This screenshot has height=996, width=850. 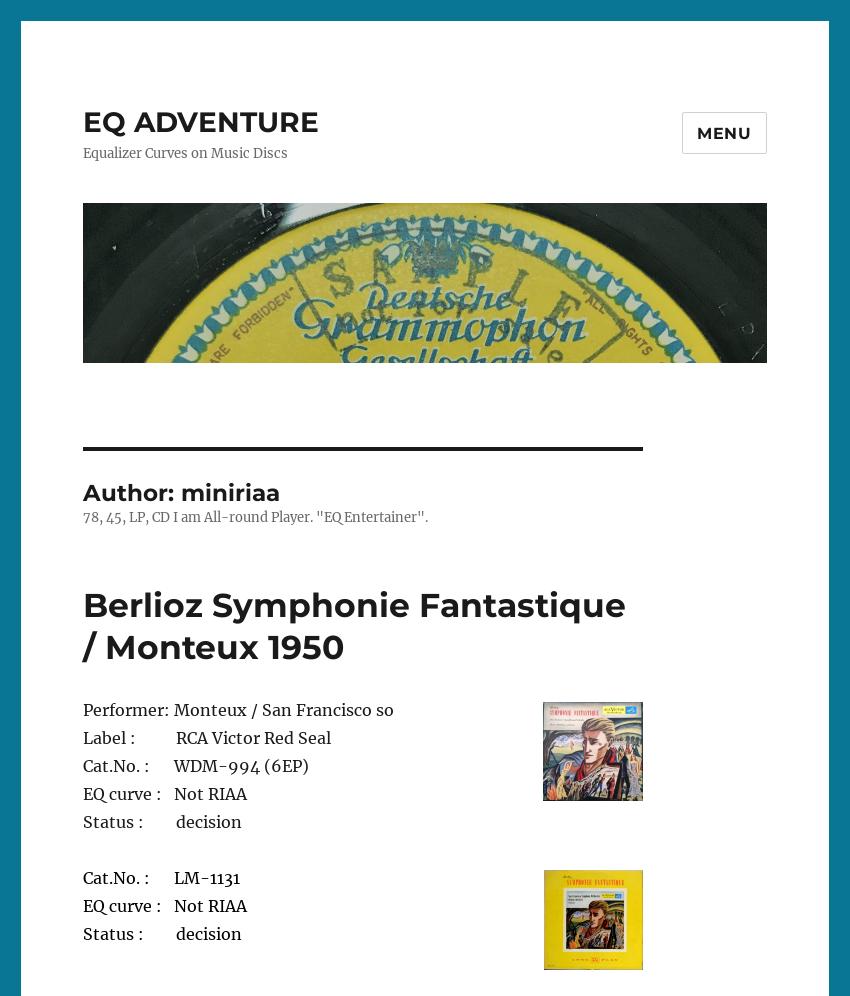 What do you see at coordinates (205, 736) in the screenshot?
I see `'Label :          RCA Victor Red Seal'` at bounding box center [205, 736].